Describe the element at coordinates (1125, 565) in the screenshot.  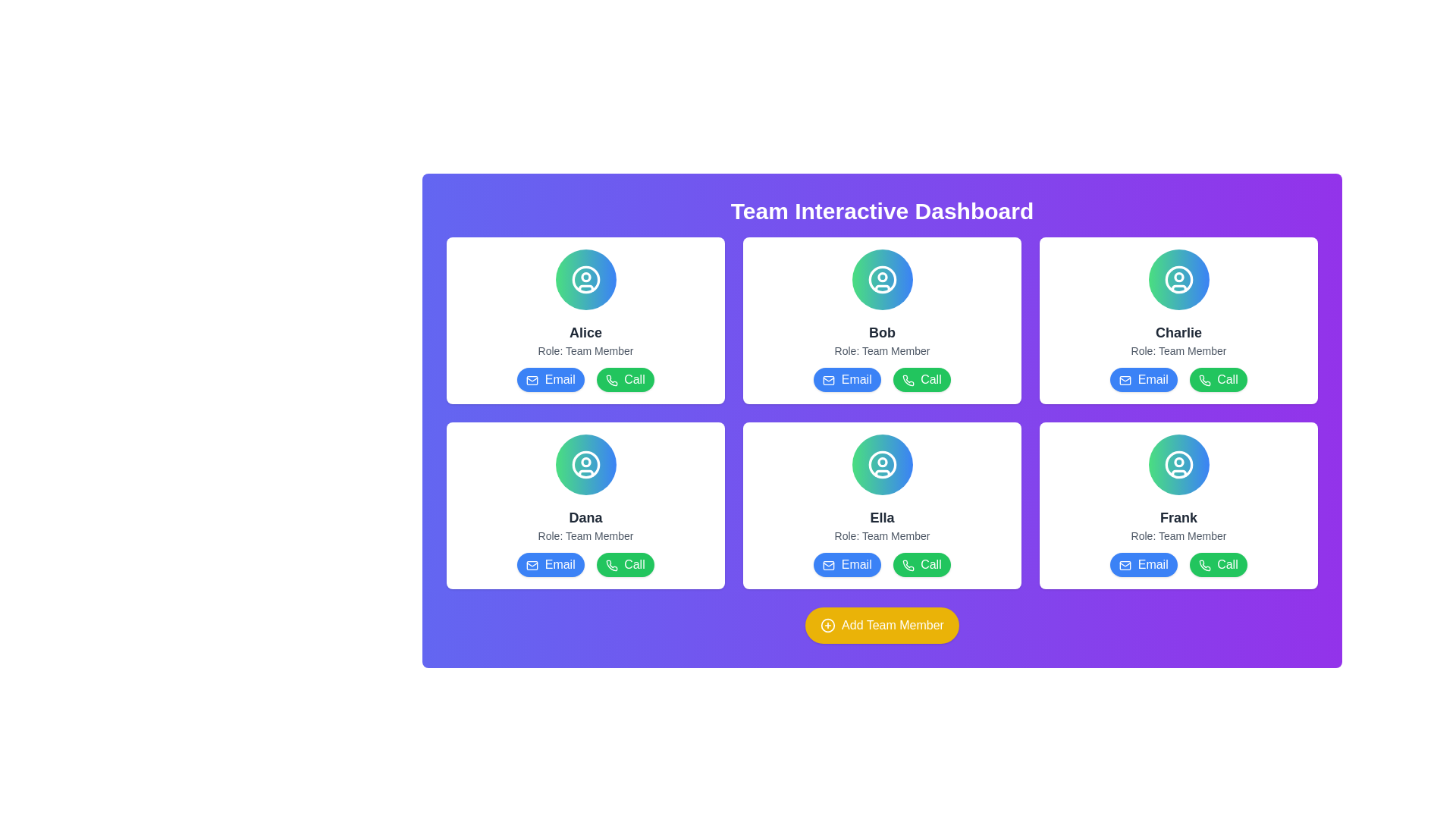
I see `the blue 'Email' button containing the rectangular envelope icon` at that location.